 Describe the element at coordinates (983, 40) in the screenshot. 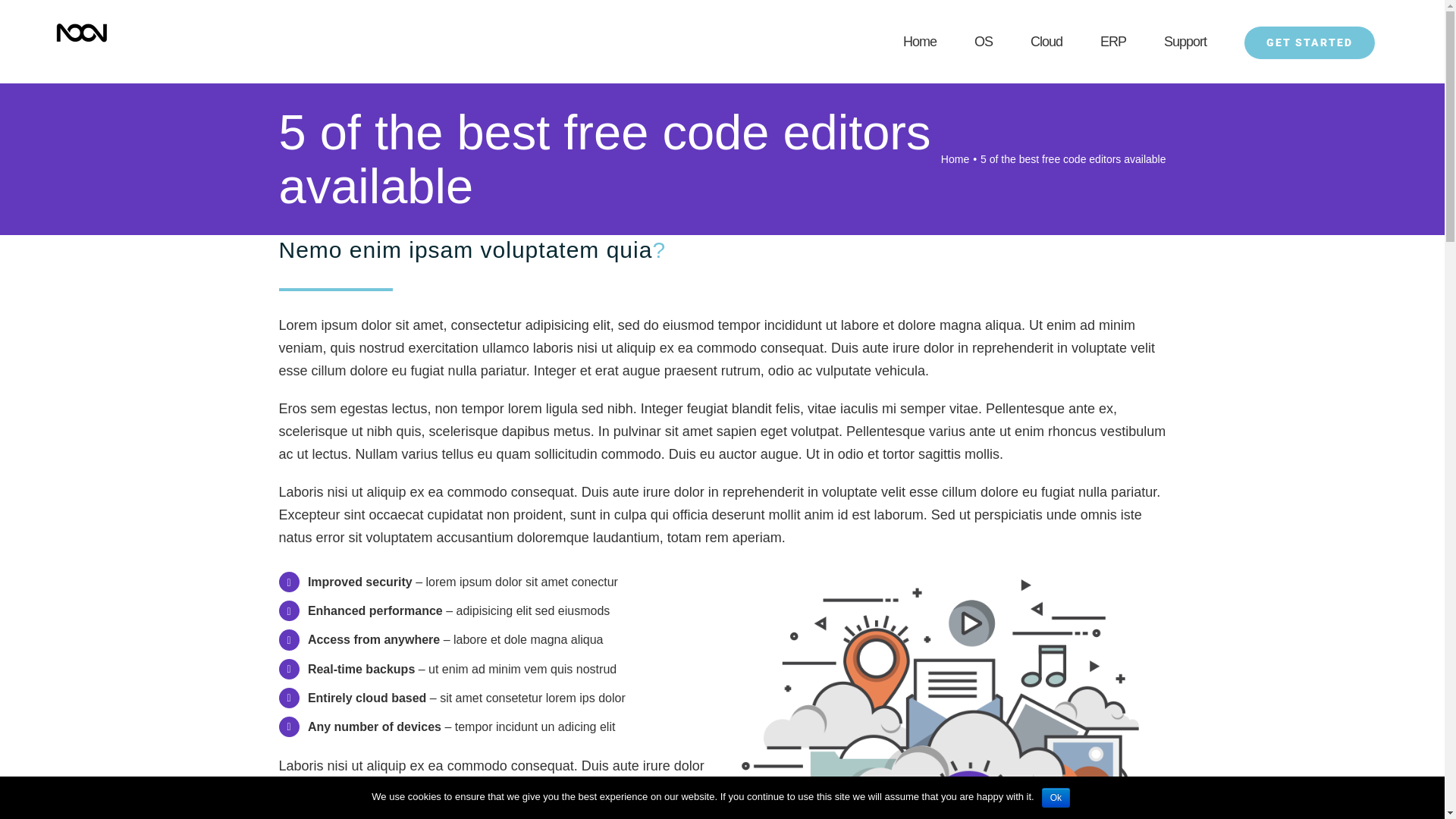

I see `'OS'` at that location.